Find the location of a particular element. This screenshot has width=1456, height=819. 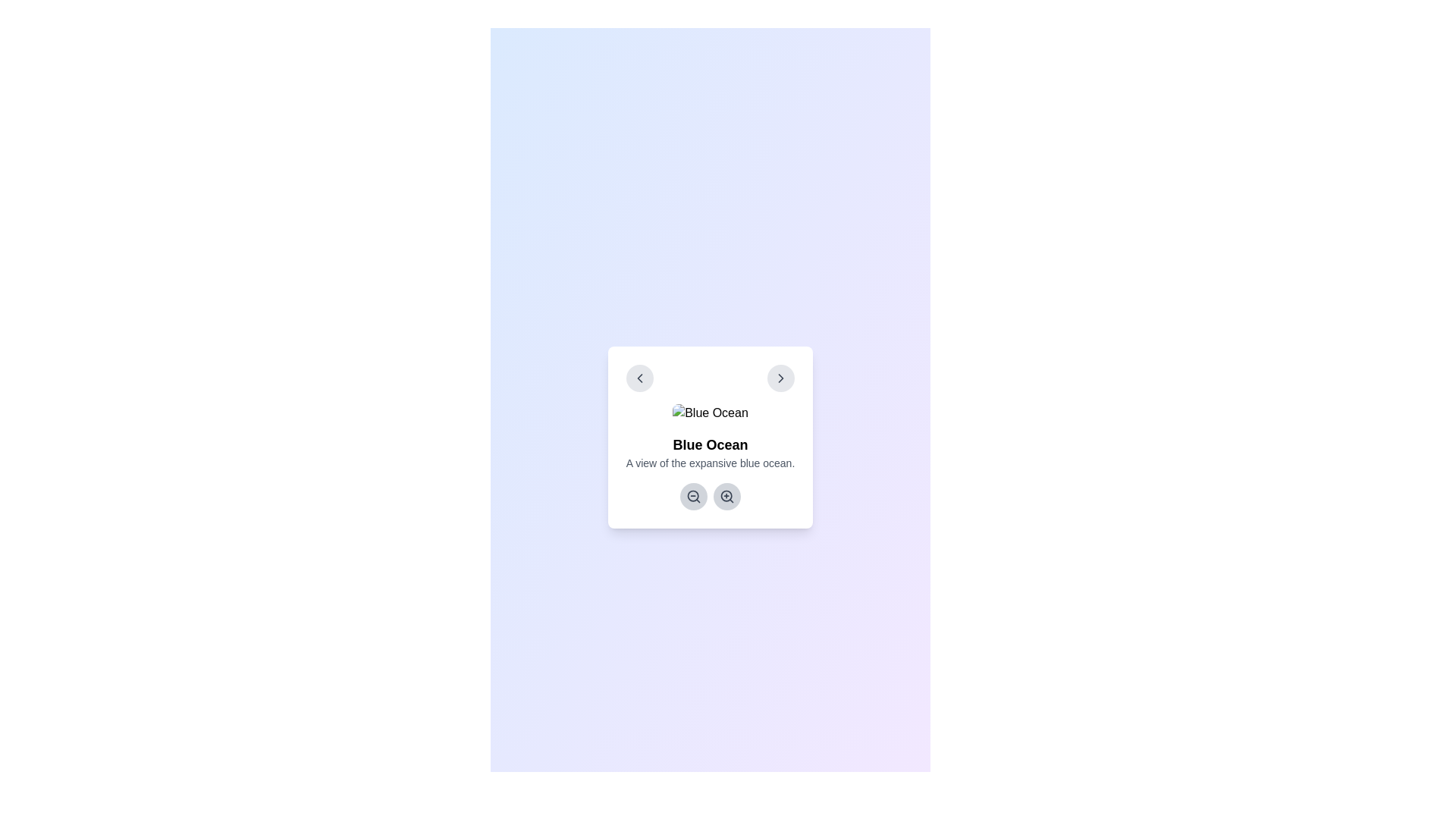

static text element displaying 'A view of the expansive blue ocean.' which is located below the bold title 'Blue Ocean' is located at coordinates (709, 462).